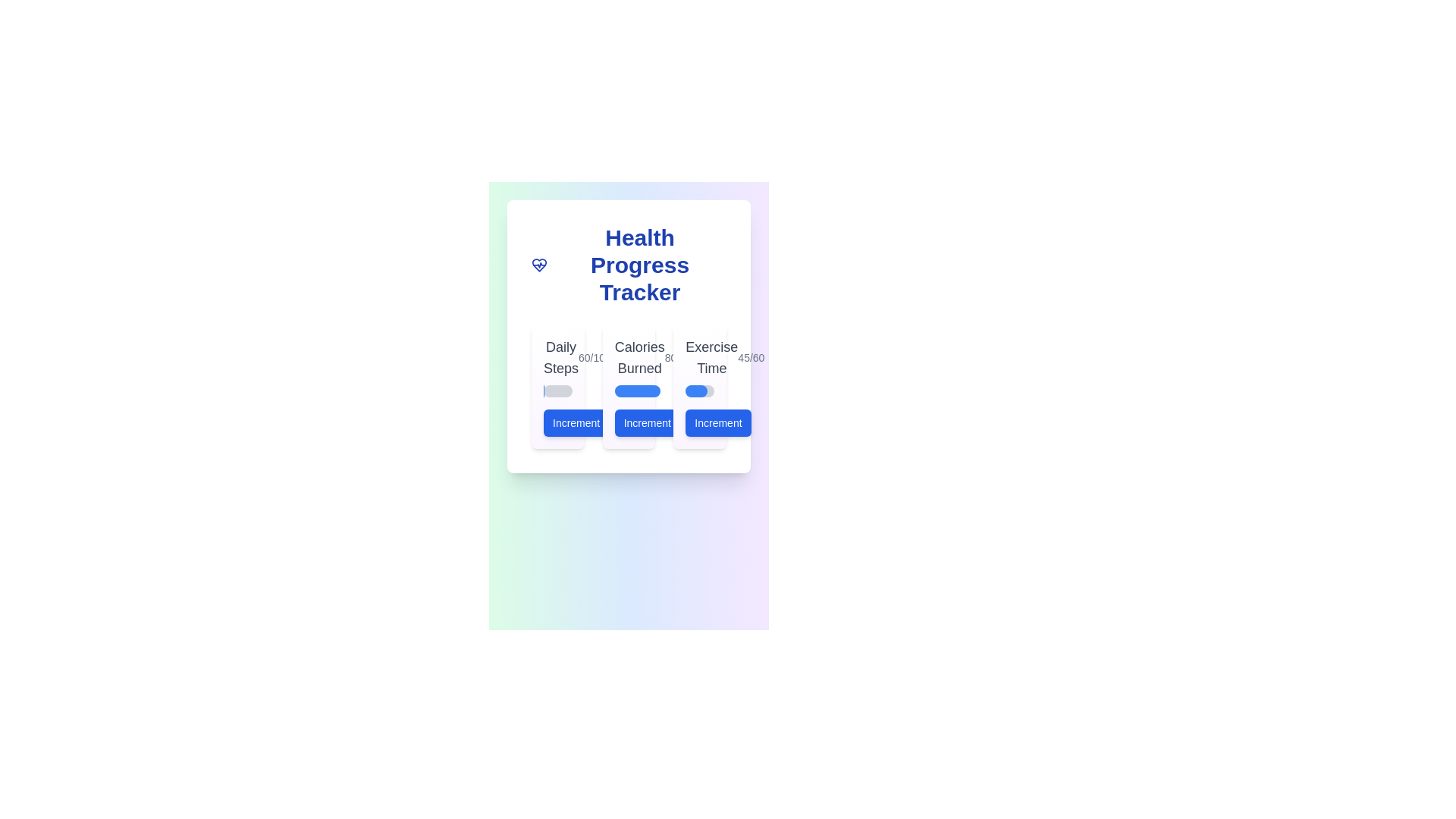  What do you see at coordinates (629, 385) in the screenshot?
I see `the progress tracker card for calories burned, which is the second card in a horizontal layout of three cards` at bounding box center [629, 385].